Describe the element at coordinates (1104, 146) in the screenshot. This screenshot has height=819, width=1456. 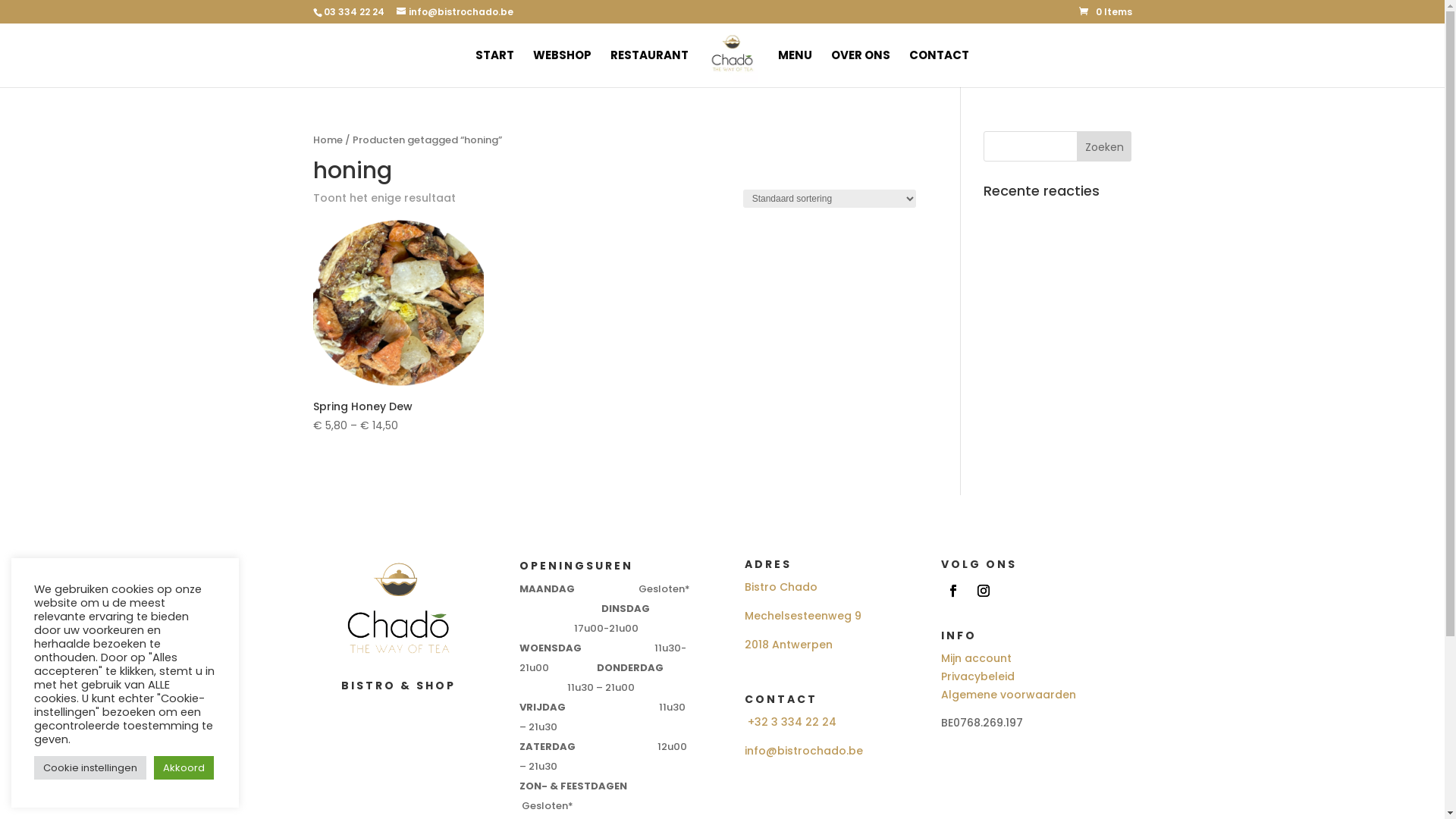
I see `'Zoeken'` at that location.